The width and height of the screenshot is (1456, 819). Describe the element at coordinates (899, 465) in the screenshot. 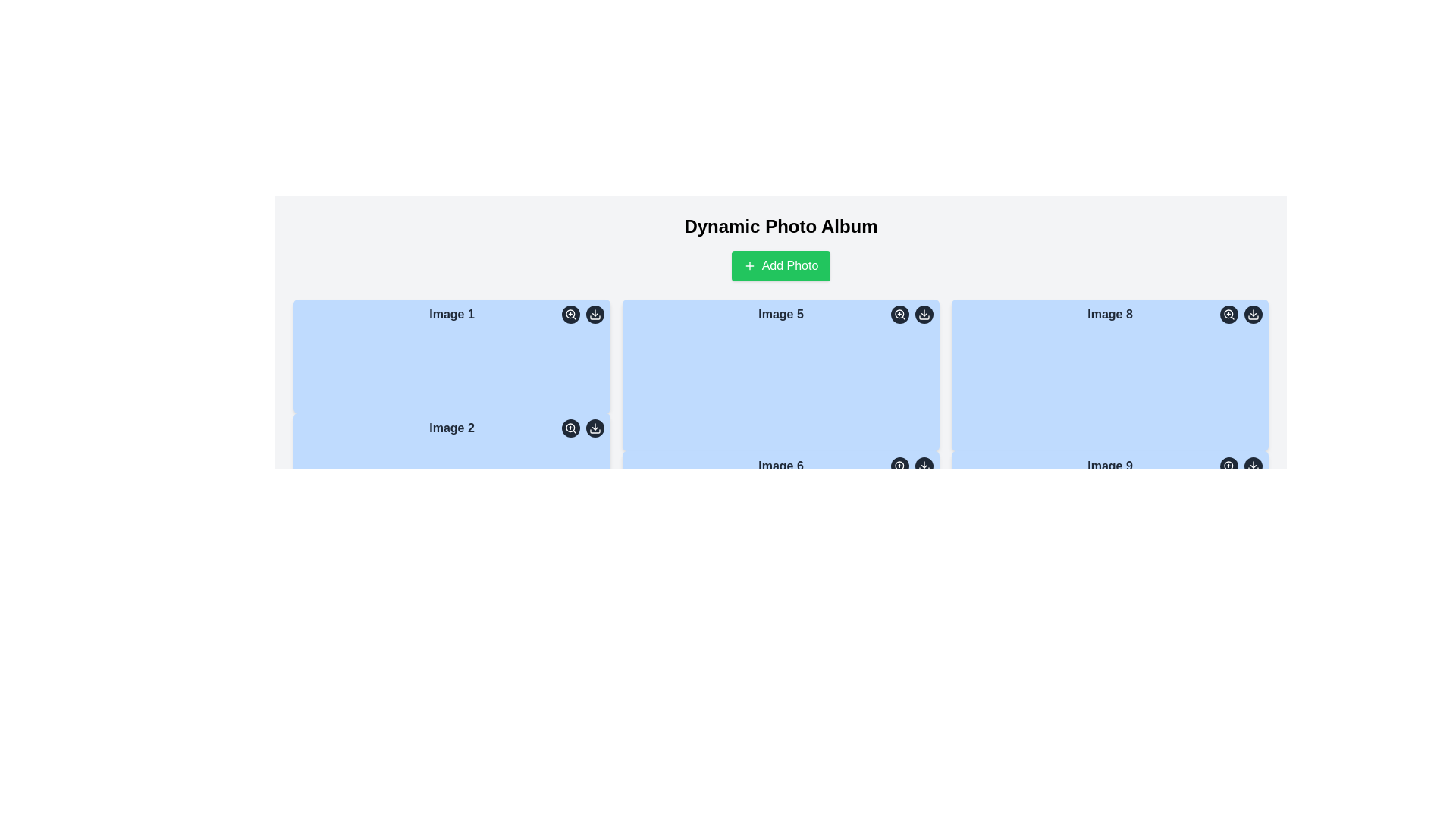

I see `the magnifying glass icon within the circular button located in the bottom-right corner of the 'Image 6' card to zoom in on the associated image` at that location.